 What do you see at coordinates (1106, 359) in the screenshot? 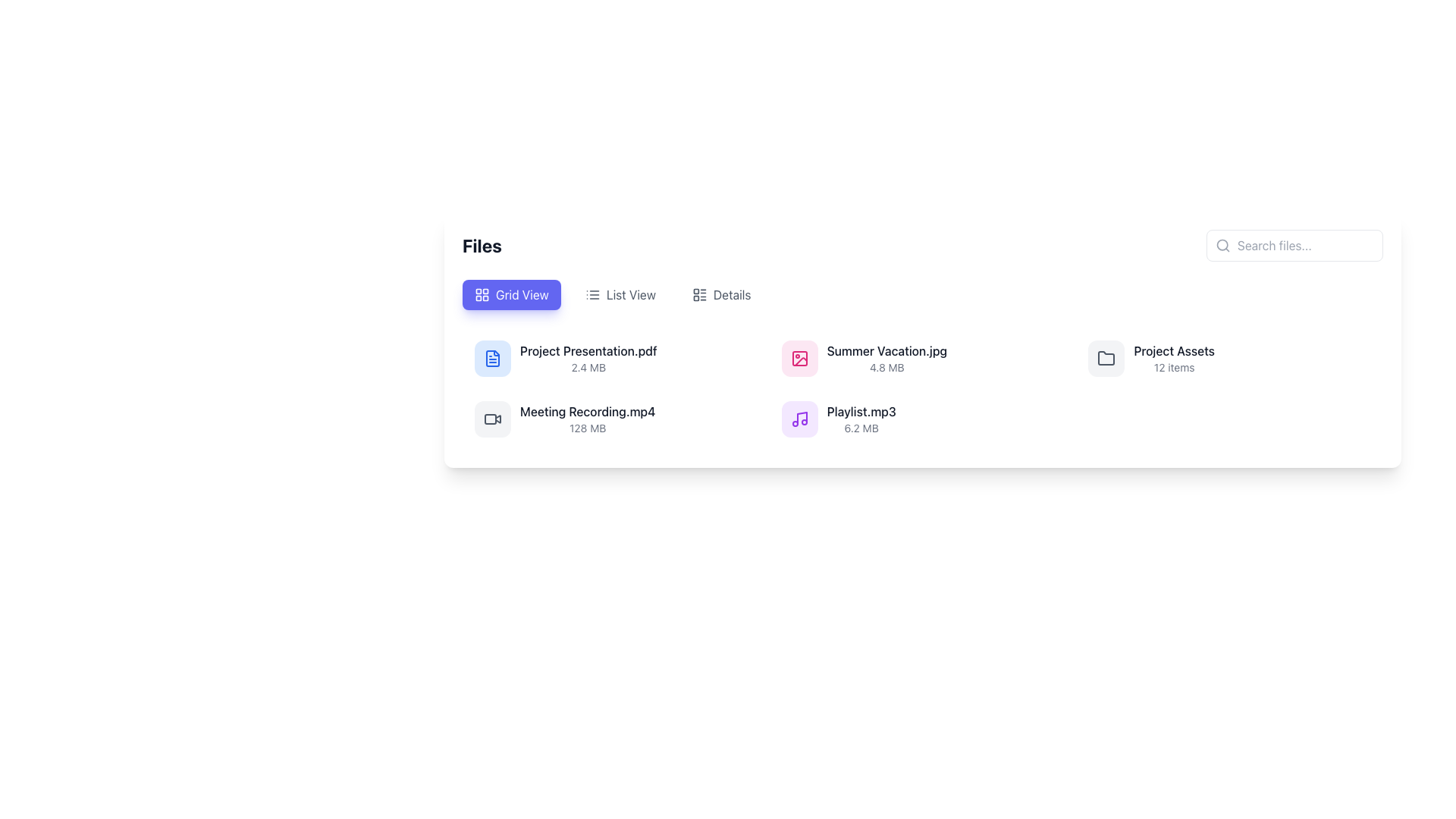
I see `the folder icon element, which is a rounded rectangle with a light gray background, located to the left of the text 'Project Assets' and '12 items.'` at bounding box center [1106, 359].